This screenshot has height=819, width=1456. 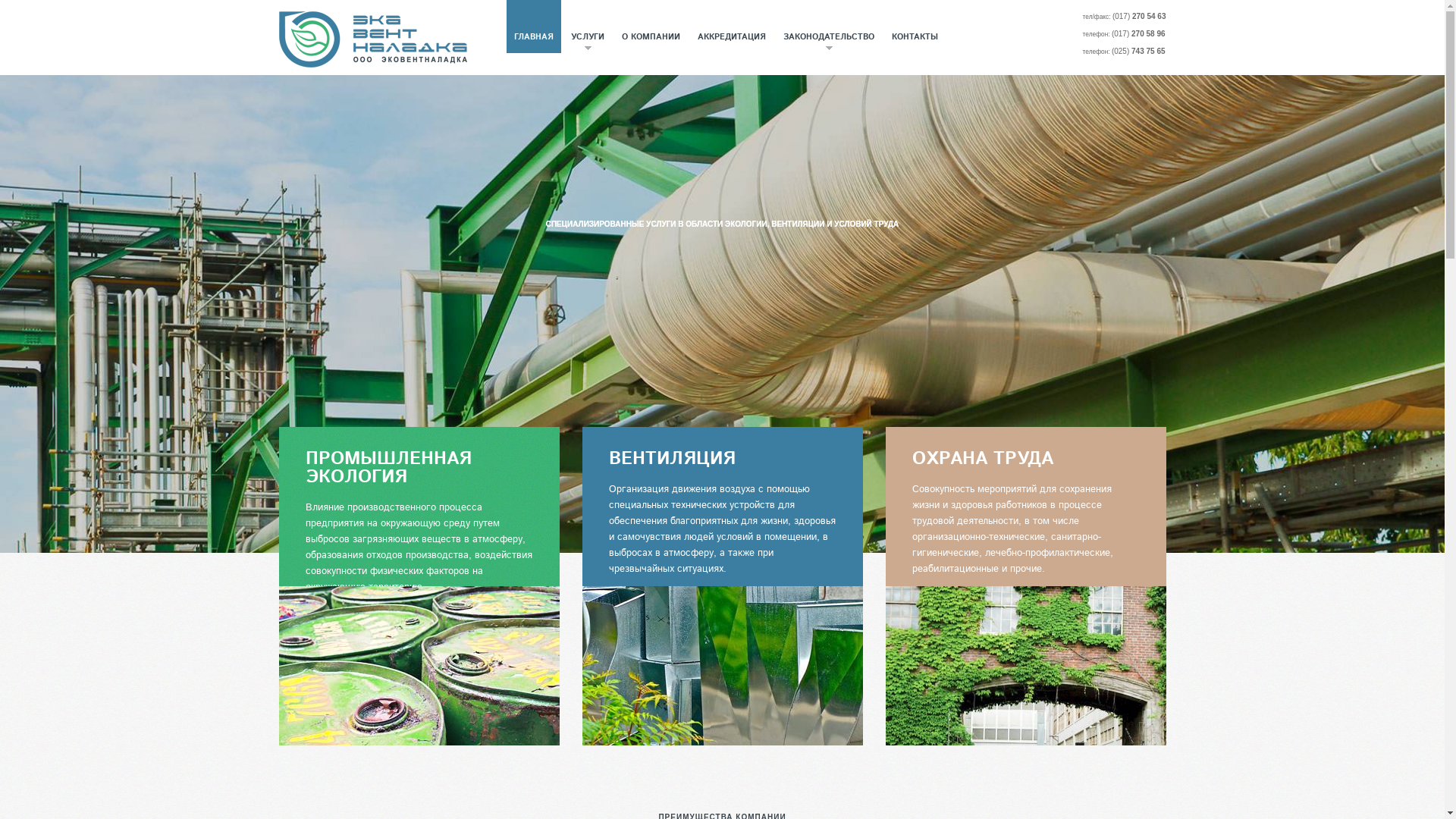 I want to click on 'Evn', so click(x=373, y=38).